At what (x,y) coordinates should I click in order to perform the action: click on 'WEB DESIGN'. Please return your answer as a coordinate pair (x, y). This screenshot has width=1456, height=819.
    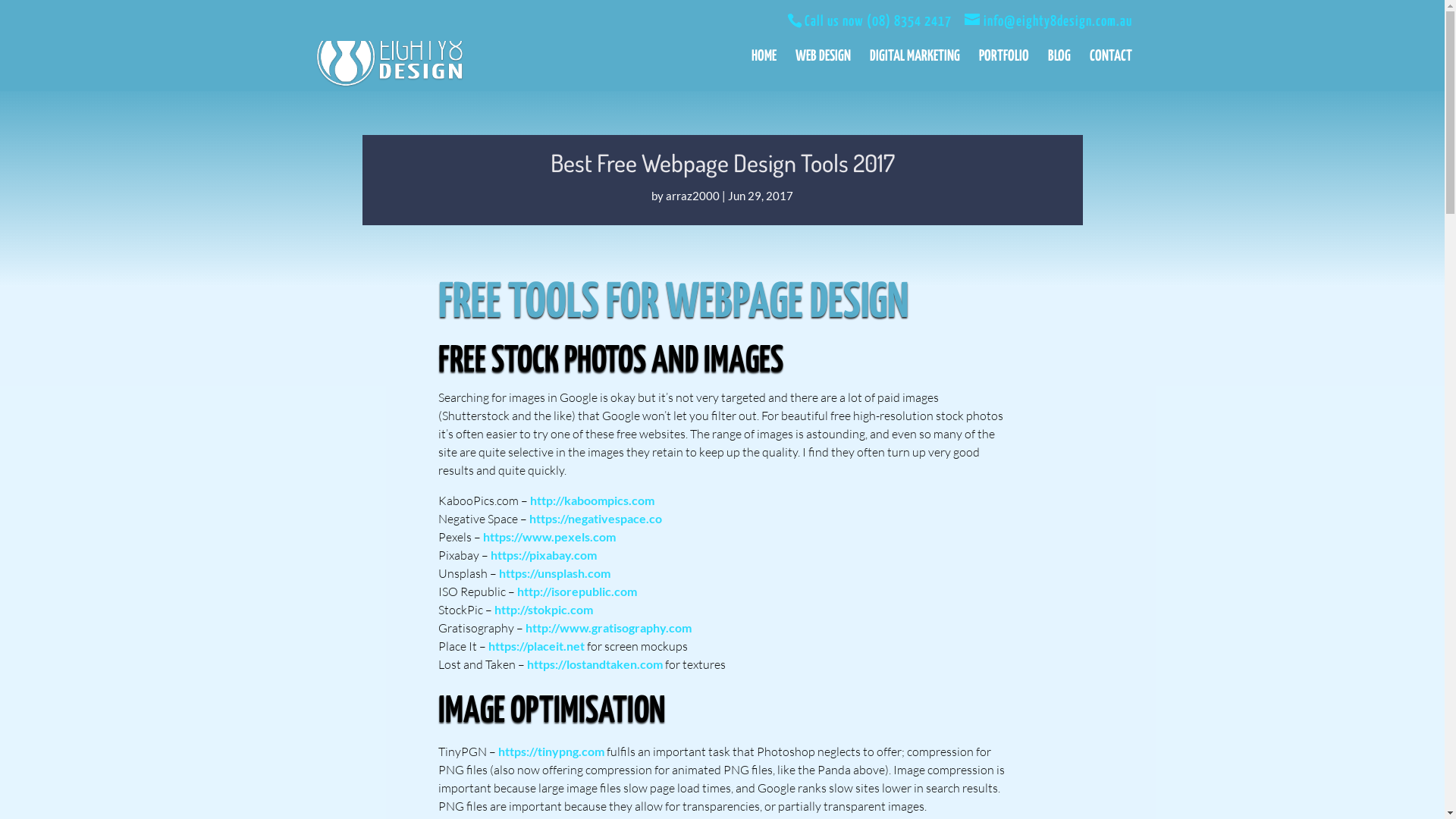
    Looking at the image, I should click on (821, 71).